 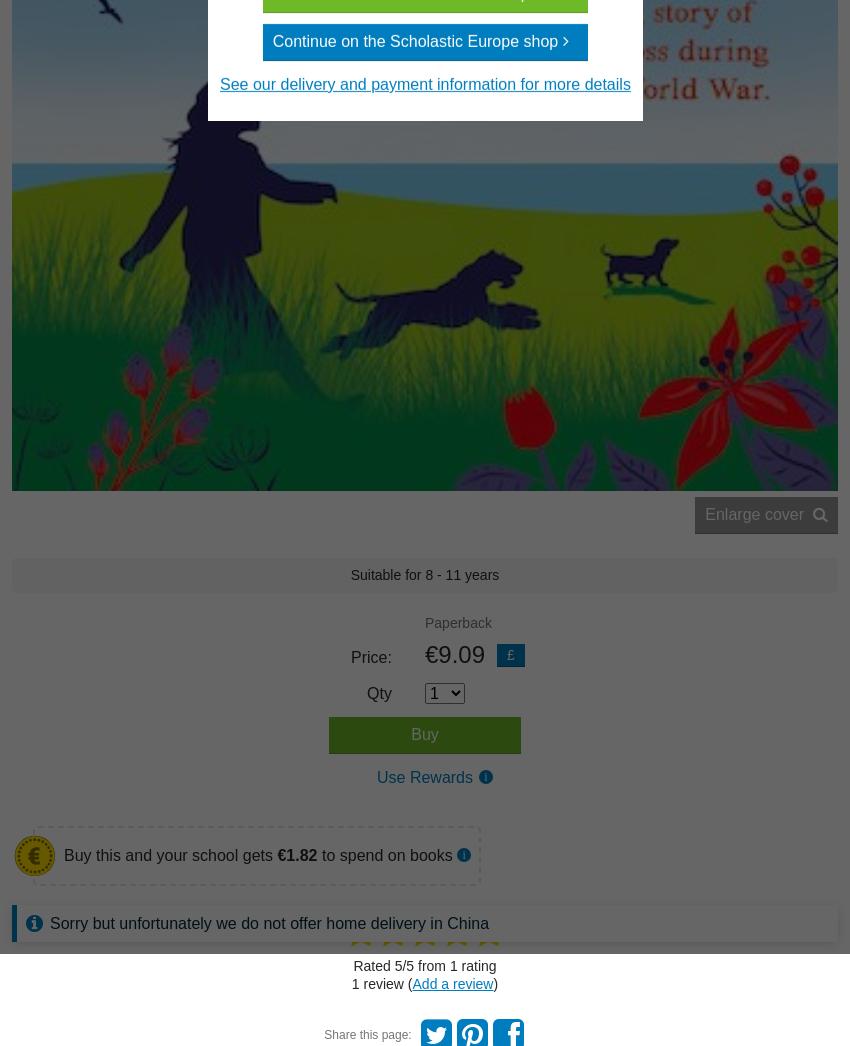 What do you see at coordinates (451, 982) in the screenshot?
I see `'Add a review'` at bounding box center [451, 982].